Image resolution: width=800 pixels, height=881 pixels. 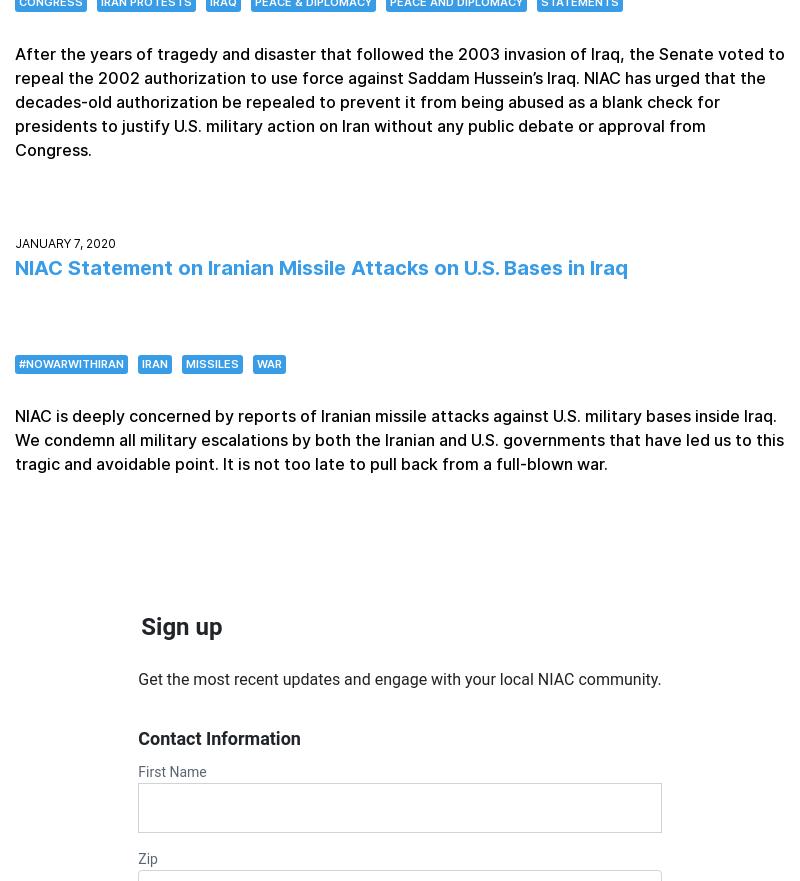 What do you see at coordinates (212, 361) in the screenshot?
I see `'missiles'` at bounding box center [212, 361].